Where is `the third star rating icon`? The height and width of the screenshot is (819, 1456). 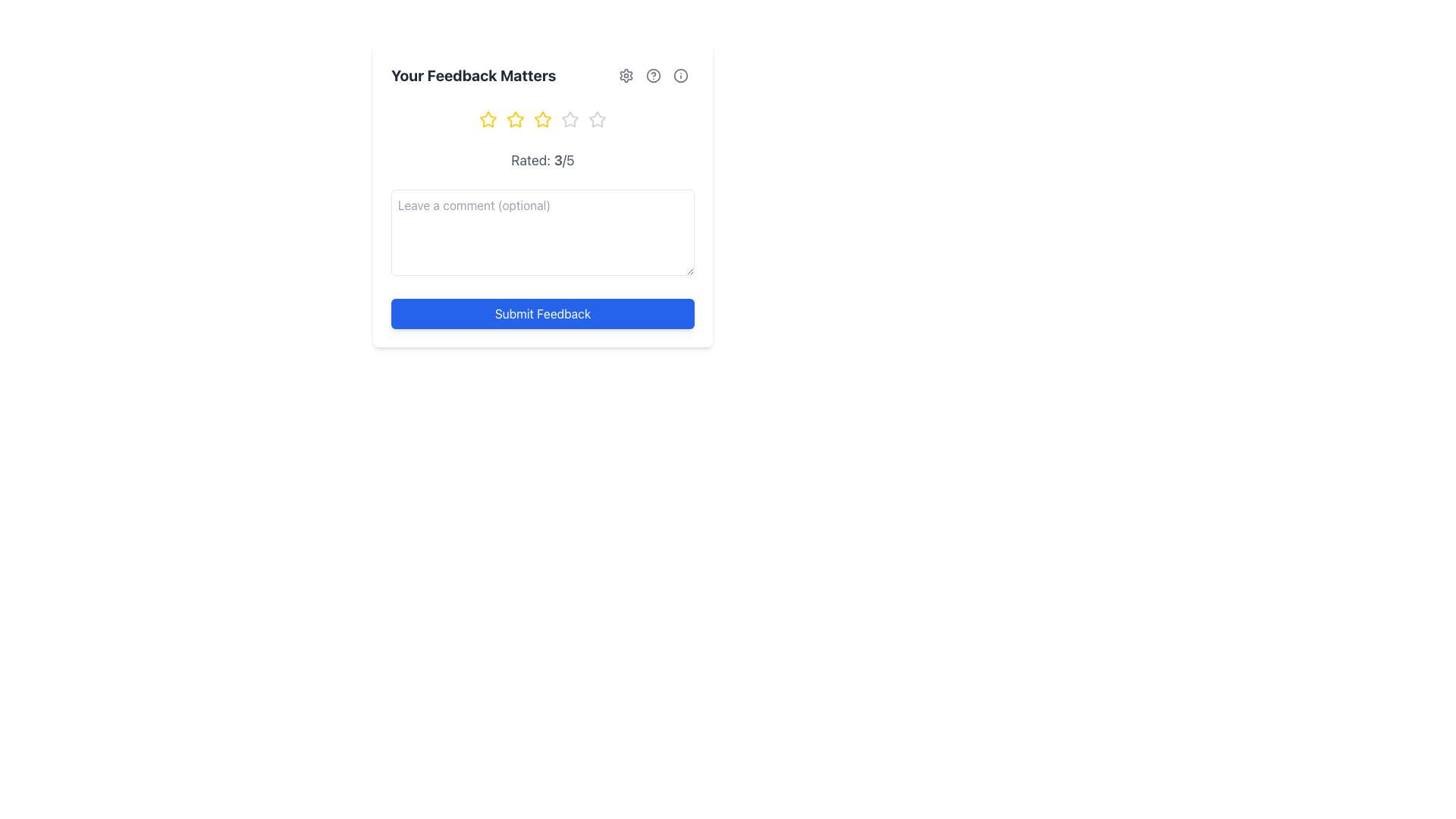 the third star rating icon is located at coordinates (542, 118).